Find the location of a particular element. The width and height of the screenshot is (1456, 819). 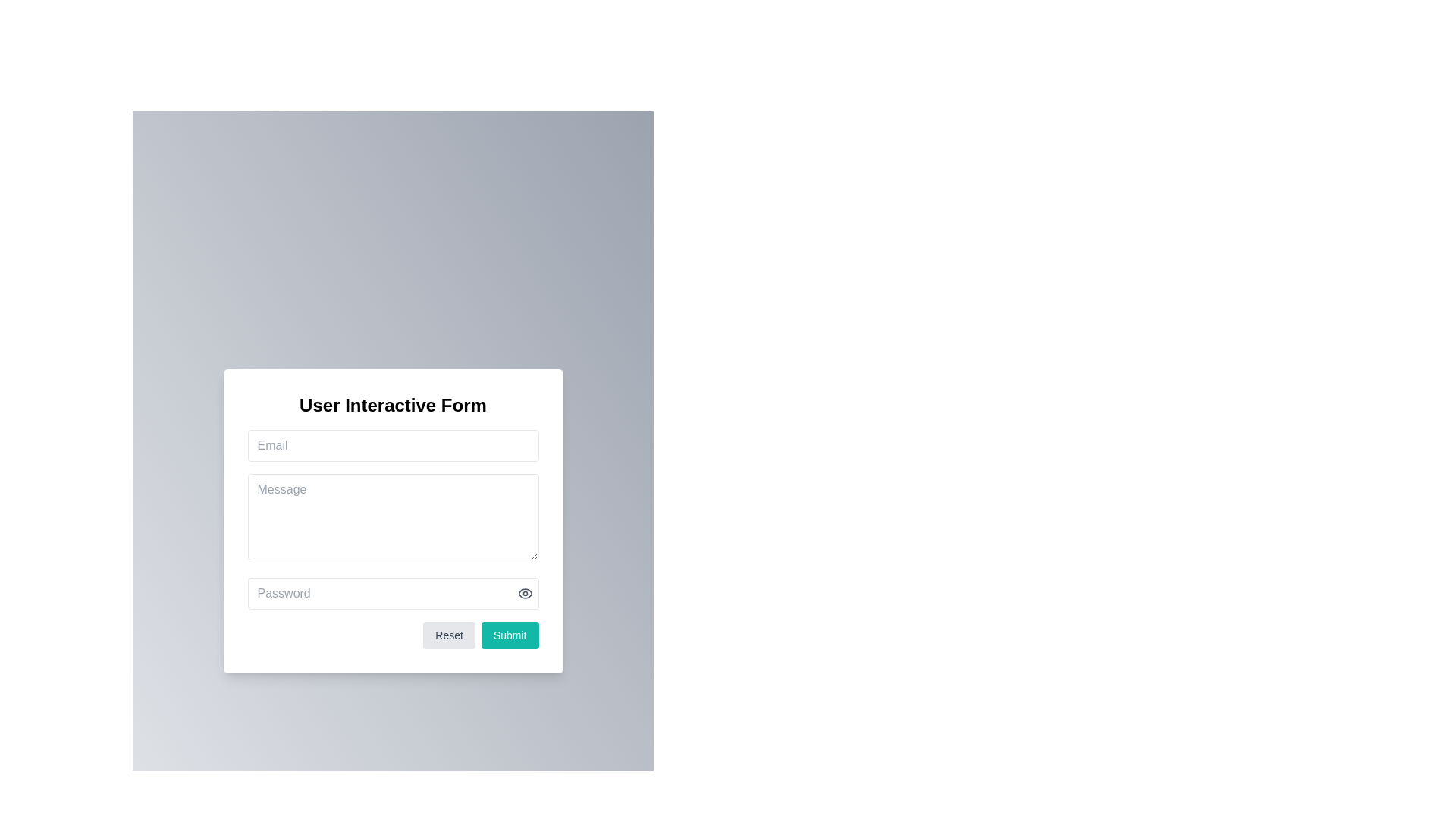

the 'Reset' button, which is the first button from the left in the horizontal alignment at the bottom of the 'User Interactive Form.' is located at coordinates (448, 635).